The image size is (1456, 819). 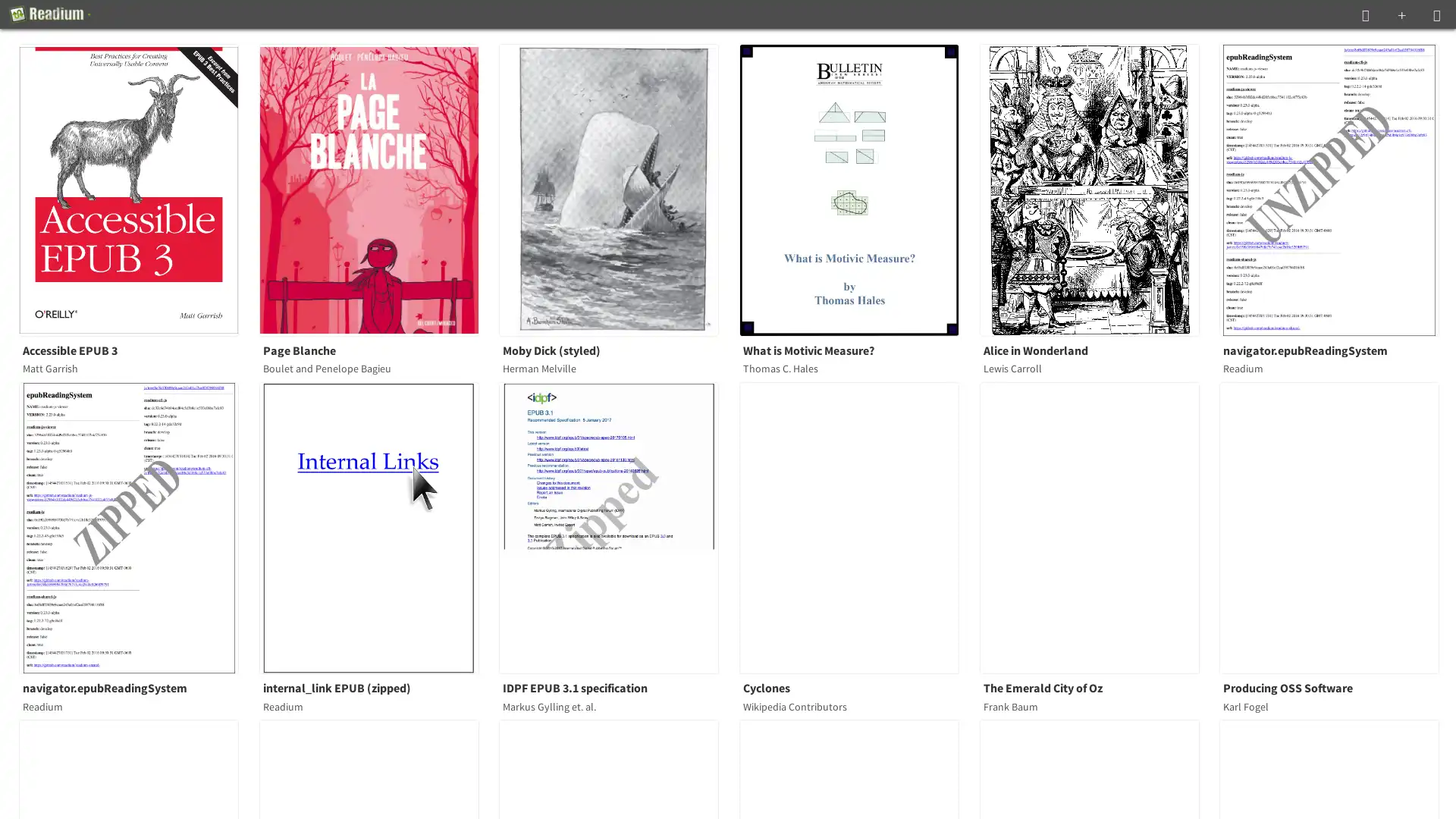 What do you see at coordinates (138, 189) in the screenshot?
I see `(1) Accessible EPUB 3` at bounding box center [138, 189].